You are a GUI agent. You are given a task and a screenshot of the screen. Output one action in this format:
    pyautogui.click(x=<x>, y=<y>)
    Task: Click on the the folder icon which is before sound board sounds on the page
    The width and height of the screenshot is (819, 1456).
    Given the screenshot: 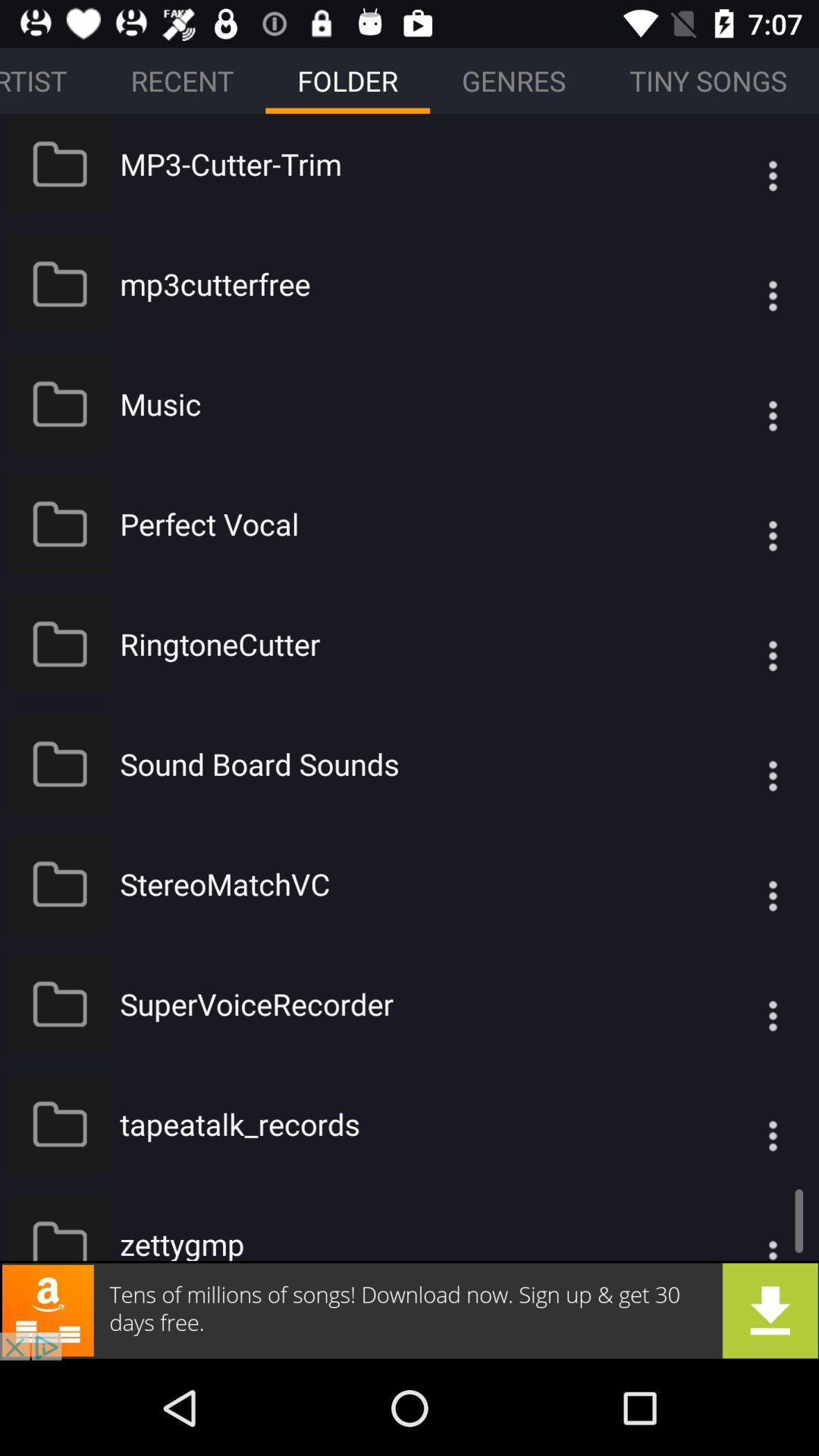 What is the action you would take?
    pyautogui.click(x=59, y=764)
    